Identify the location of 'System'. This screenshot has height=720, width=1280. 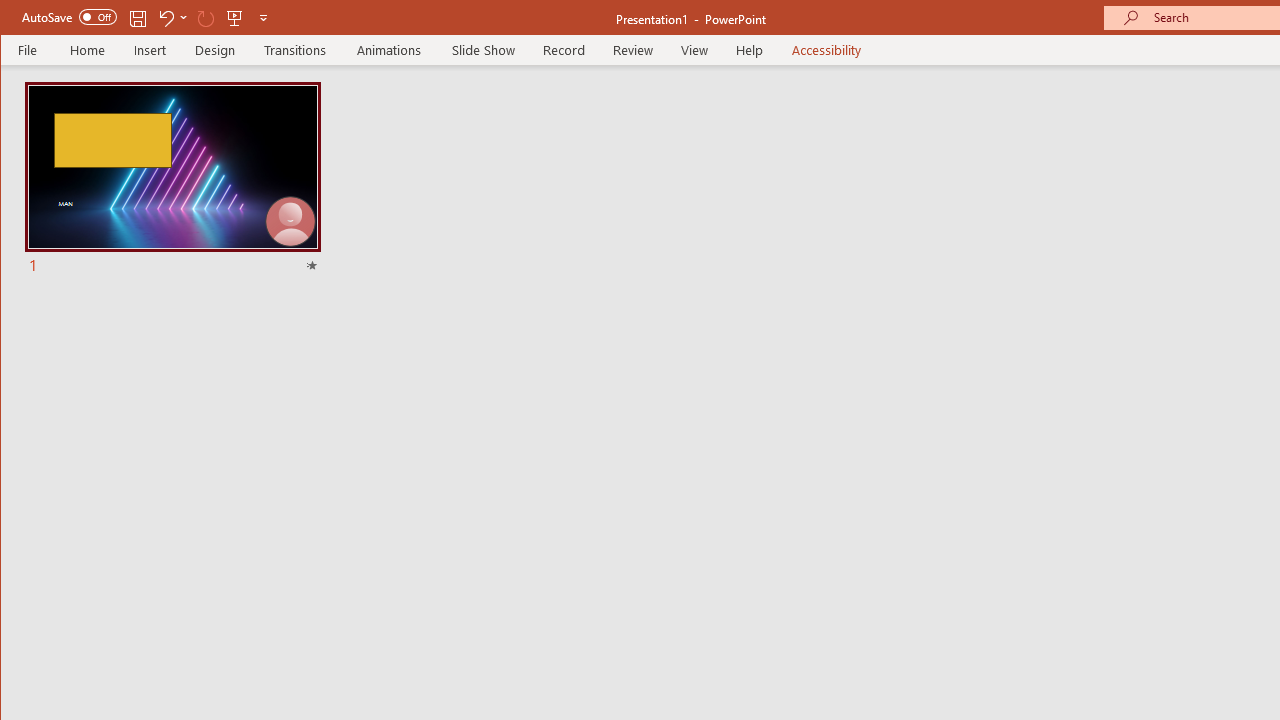
(18, 19).